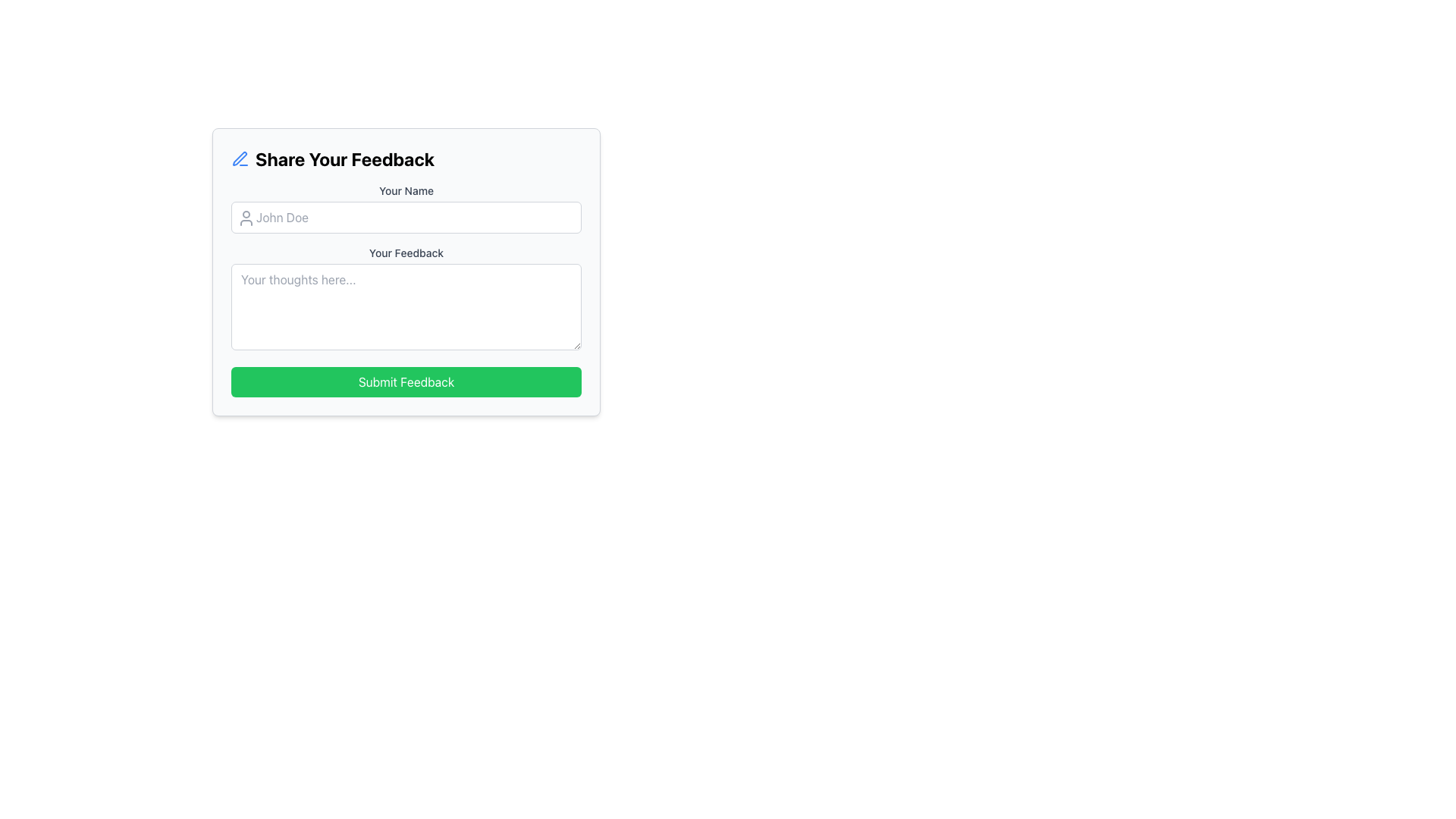 Image resolution: width=1456 pixels, height=819 pixels. What do you see at coordinates (246, 218) in the screenshot?
I see `the icon located to the immediate left of the input field labeled 'Your Name', which visually indicates the purpose of the adjacent input field` at bounding box center [246, 218].